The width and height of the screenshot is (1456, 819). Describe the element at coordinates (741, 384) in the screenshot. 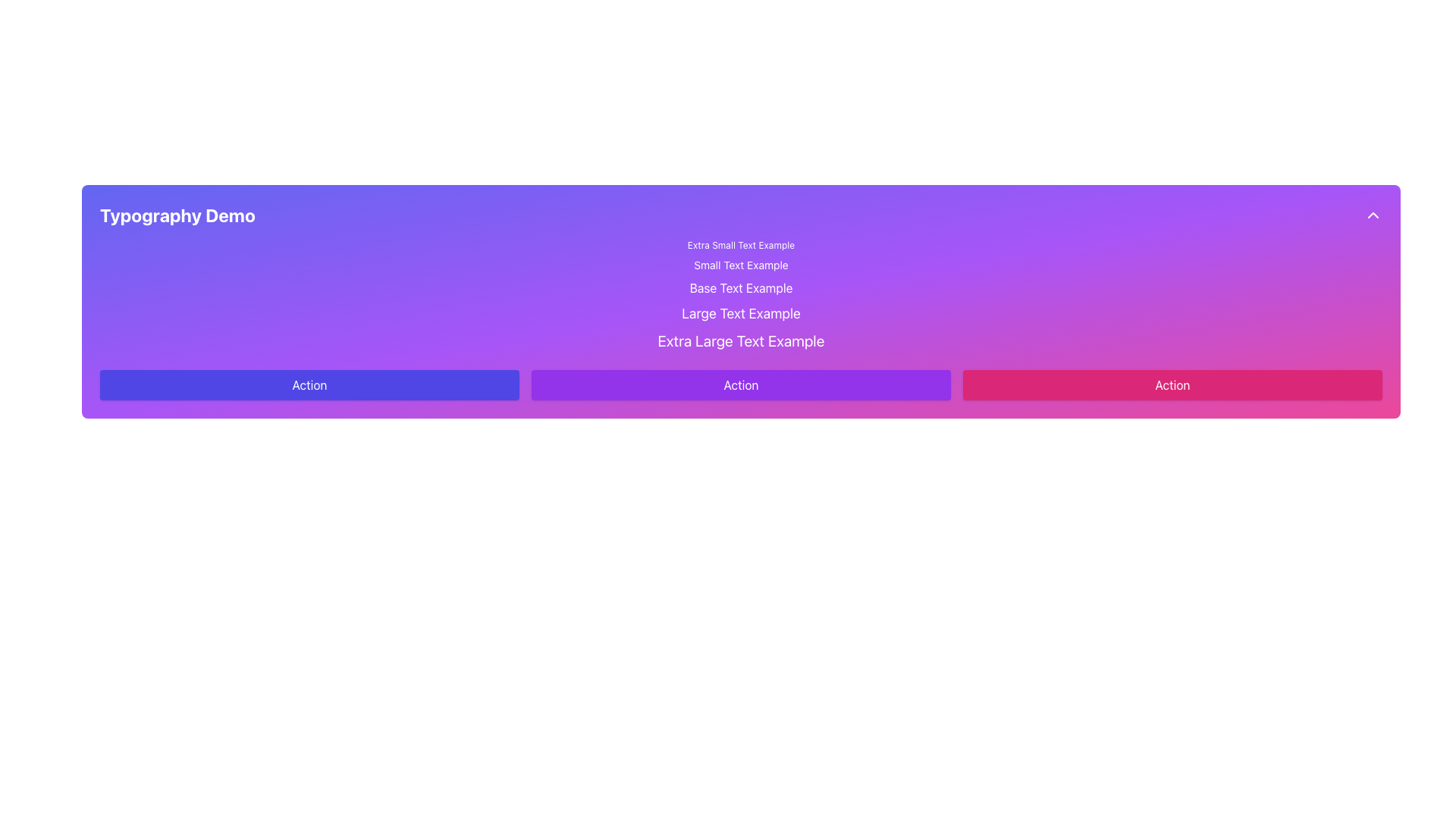

I see `the second button in the grid layout, which is centrally aligned and located towards the bottom of the interface` at that location.